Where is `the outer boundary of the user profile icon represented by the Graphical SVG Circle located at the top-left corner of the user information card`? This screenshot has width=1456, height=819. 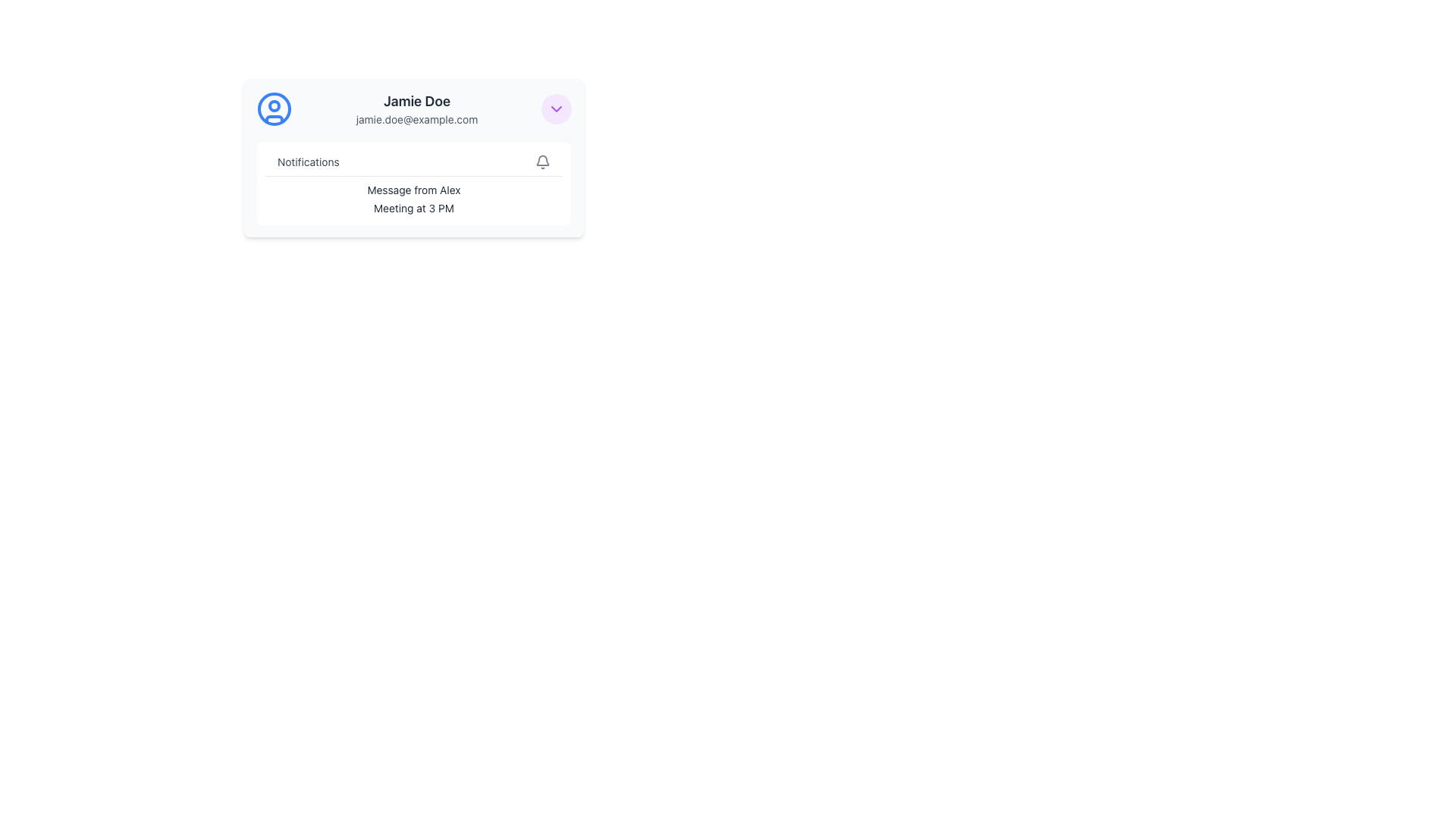 the outer boundary of the user profile icon represented by the Graphical SVG Circle located at the top-left corner of the user information card is located at coordinates (274, 108).